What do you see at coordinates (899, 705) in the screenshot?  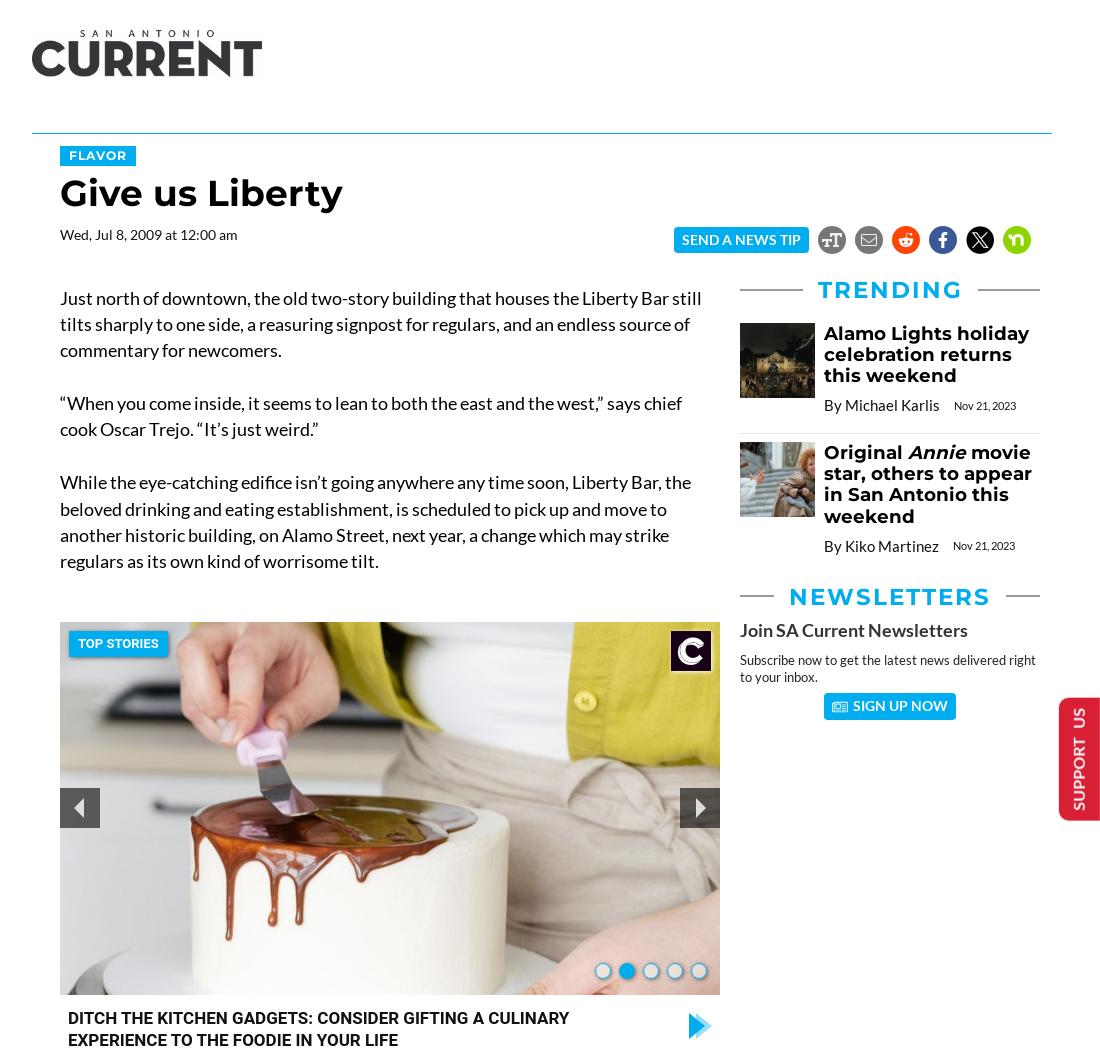 I see `'Sign Up Now'` at bounding box center [899, 705].